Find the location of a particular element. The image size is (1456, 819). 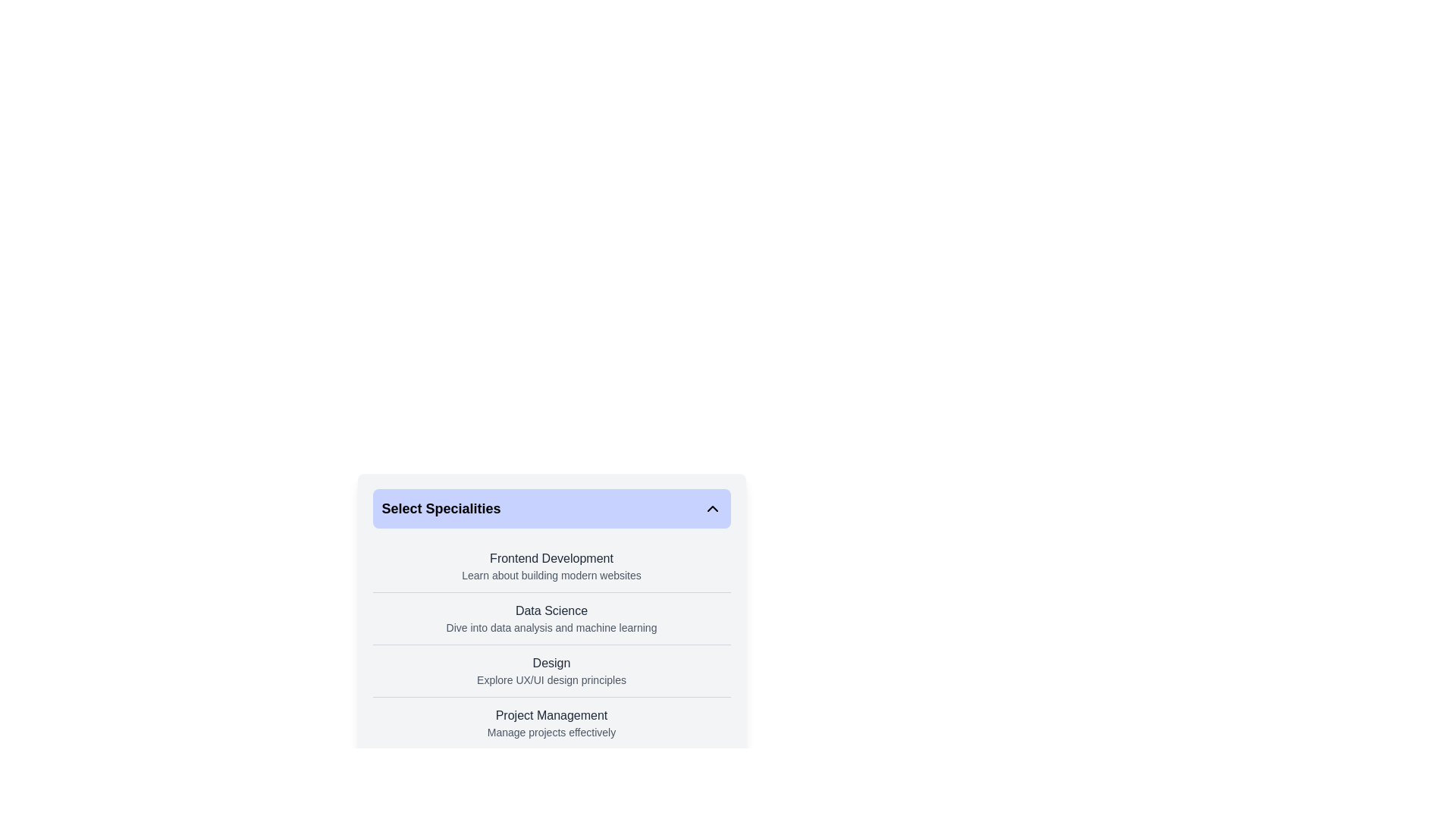

text label that says 'Manage projects effectively', which is styled in gray and located below the title 'Project Management' is located at coordinates (551, 731).